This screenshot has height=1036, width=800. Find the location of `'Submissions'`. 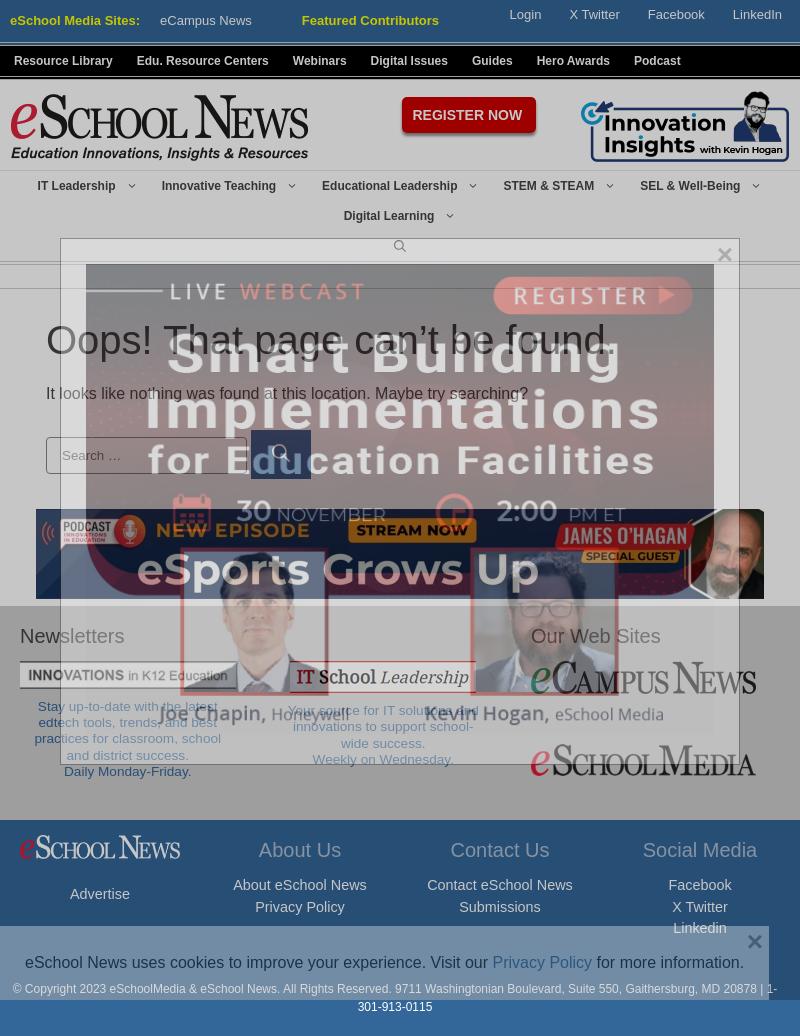

'Submissions' is located at coordinates (499, 905).